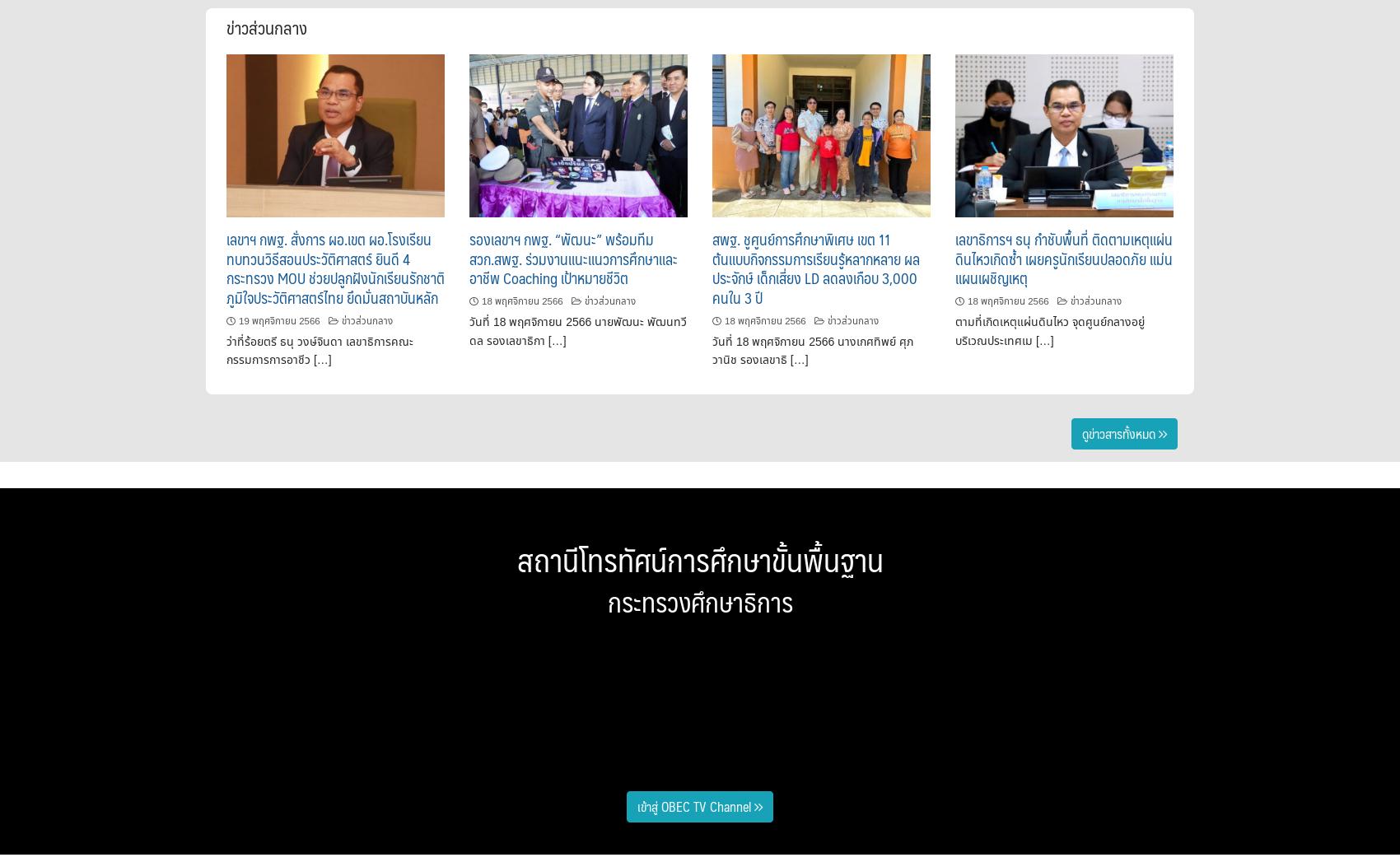  I want to click on 'ประชุมสัมมนา ผู้อำนวยการเขตพื้นที่การศึกษาทั่วประเทศ ครั้งที่ 3/2566', so click(794, 651).